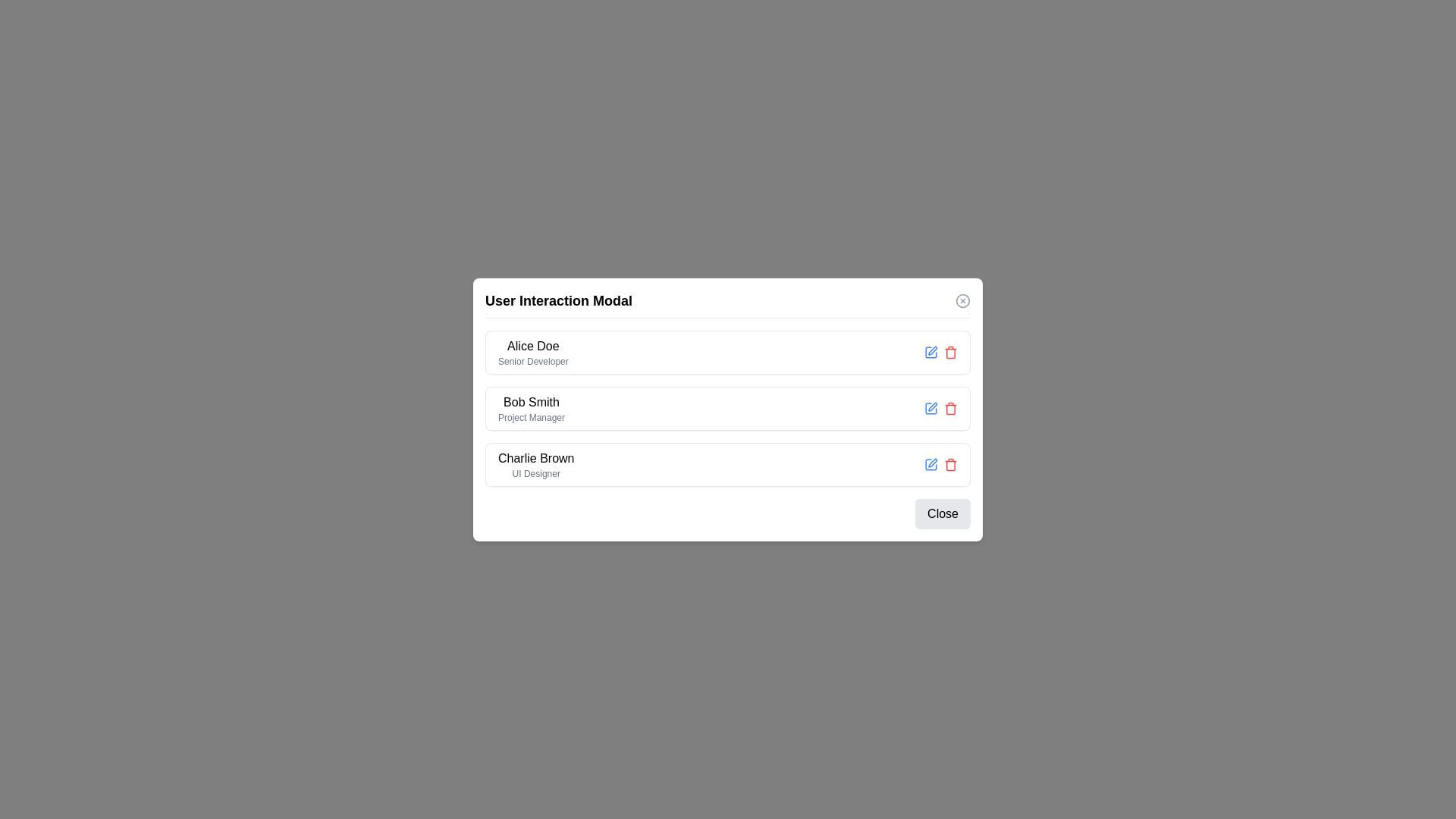 This screenshot has height=819, width=1456. I want to click on the static text label displaying 'UI Designer', which is positioned beneath the name 'Charlie Brown' in the user card layout, so click(536, 472).